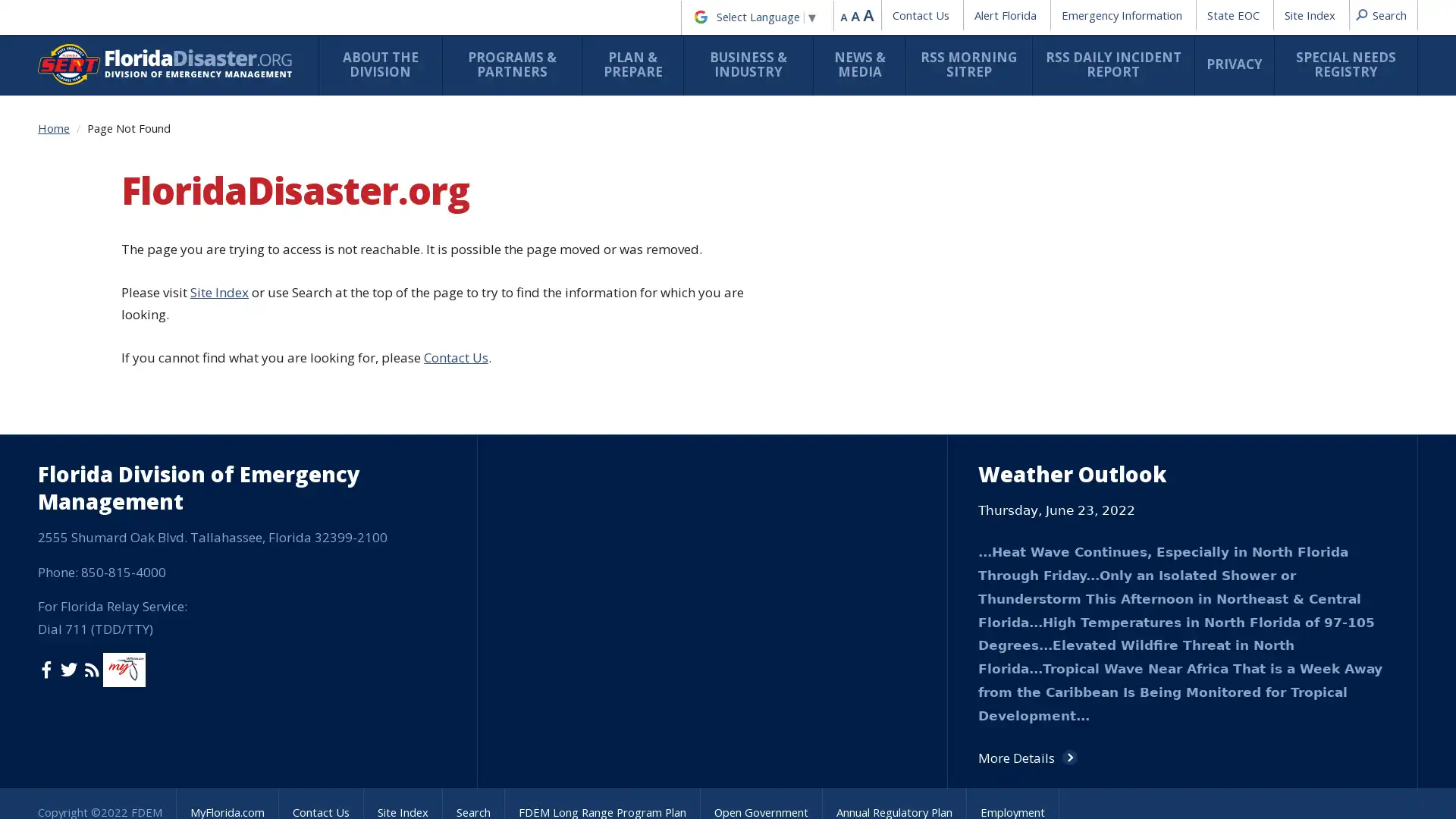 This screenshot has width=1456, height=819. What do you see at coordinates (871, 347) in the screenshot?
I see `Toggle More` at bounding box center [871, 347].